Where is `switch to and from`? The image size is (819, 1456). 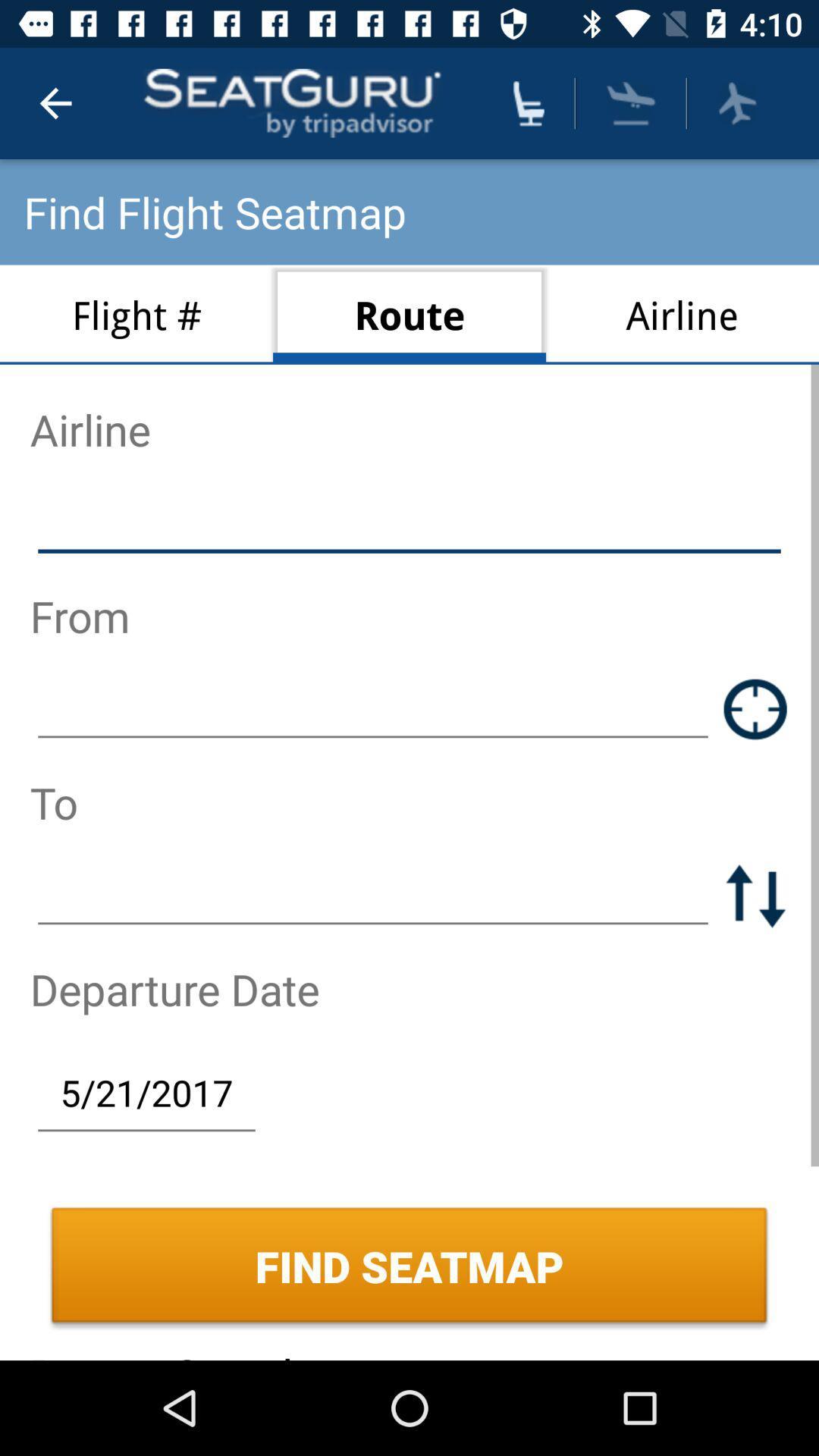
switch to and from is located at coordinates (755, 896).